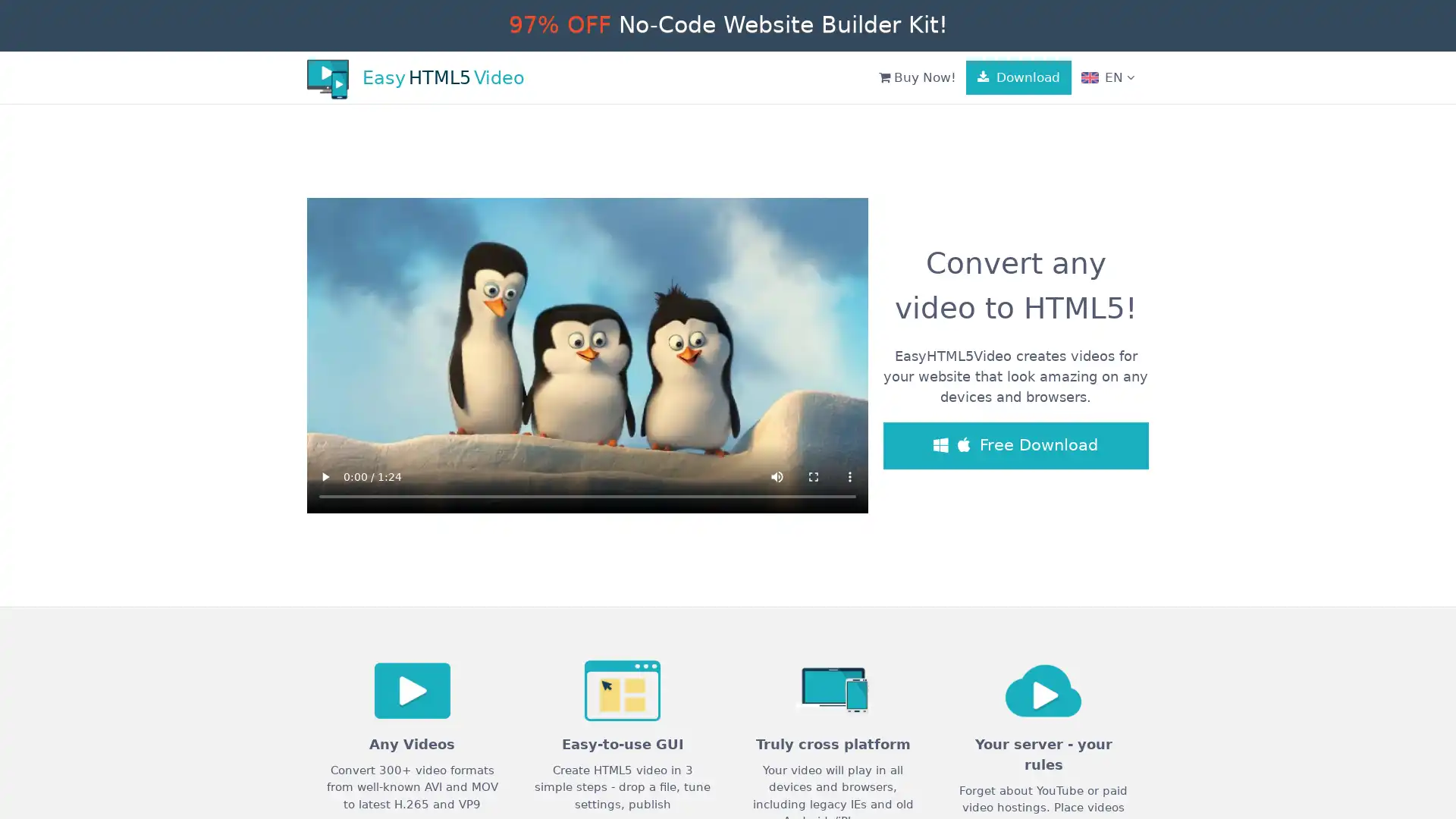  I want to click on mute, so click(777, 475).